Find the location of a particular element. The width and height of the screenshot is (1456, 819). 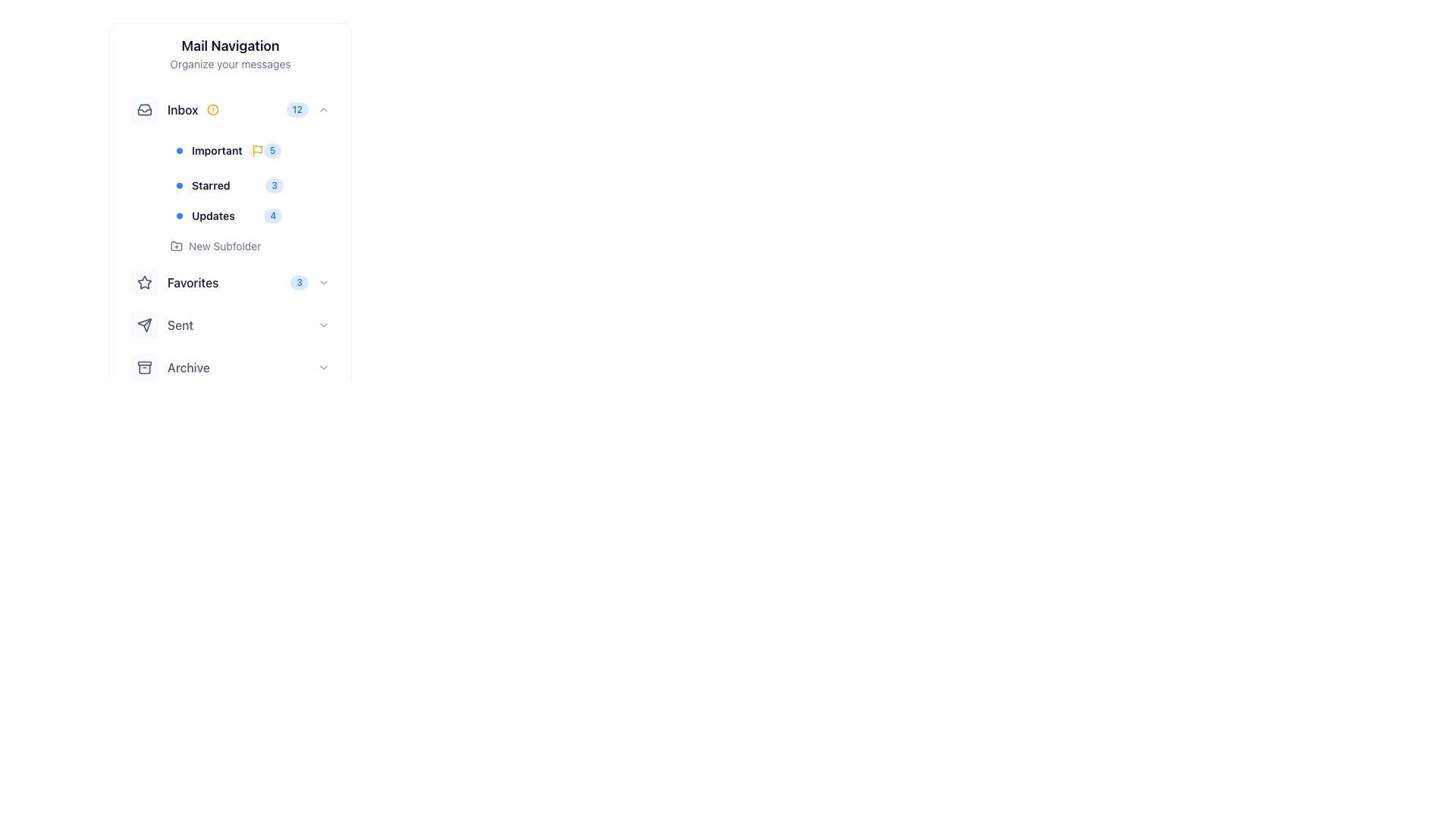

the star icon located in the left navigation menu under the 'Favorites' section to change its color is located at coordinates (145, 282).